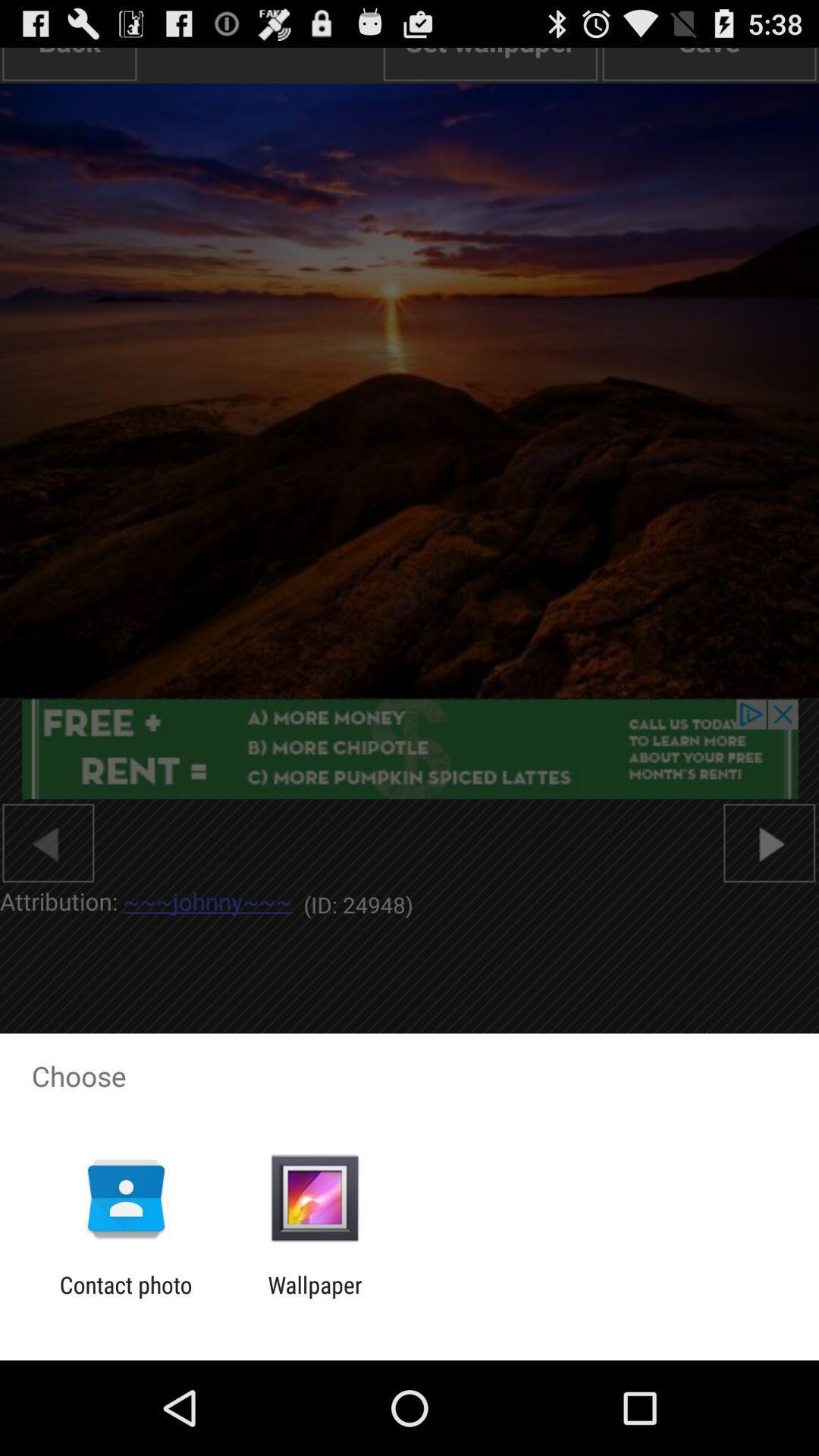  Describe the element at coordinates (125, 1298) in the screenshot. I see `the contact photo app` at that location.